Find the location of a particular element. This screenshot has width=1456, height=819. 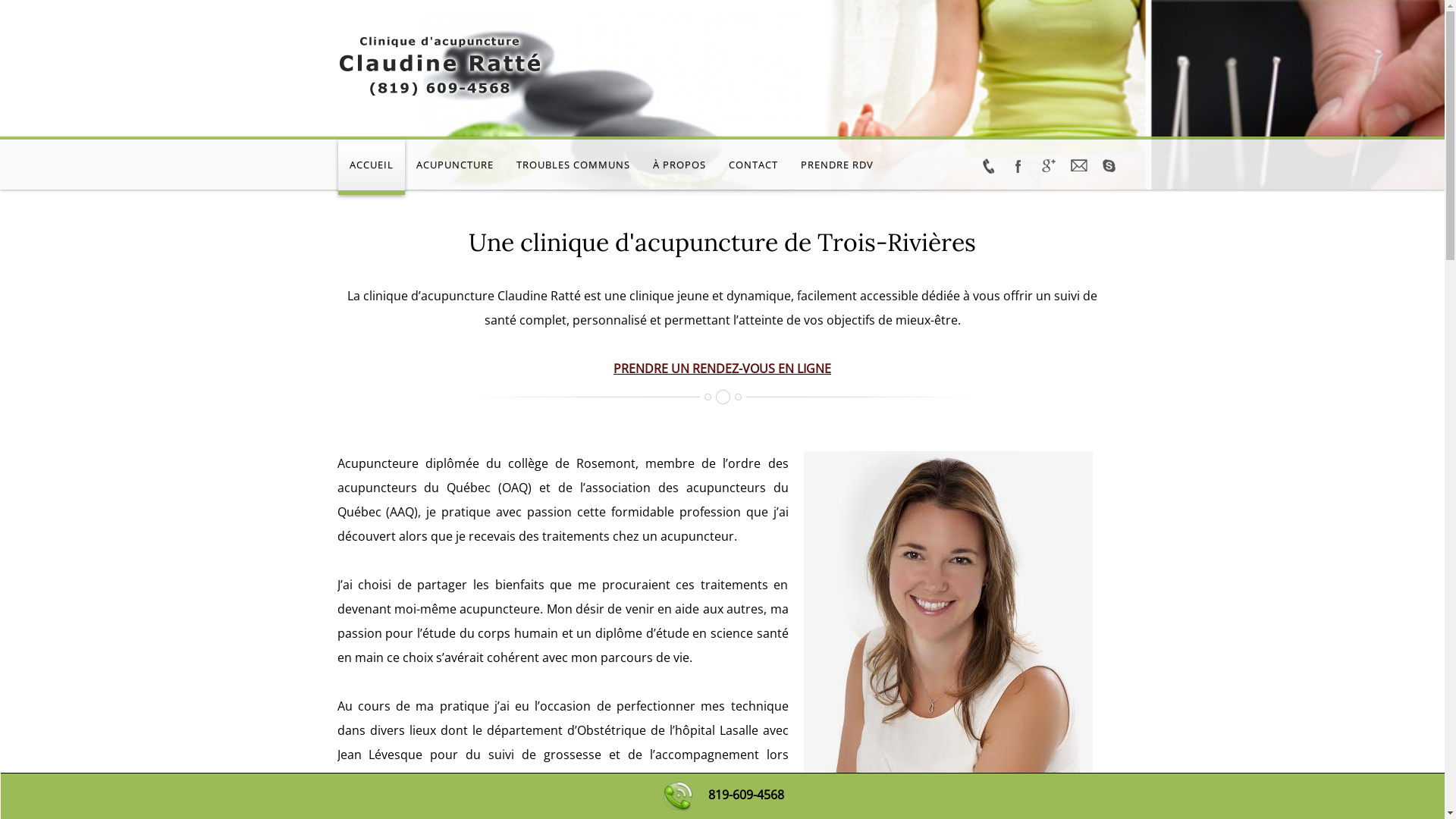

'Skype' is located at coordinates (1109, 166).